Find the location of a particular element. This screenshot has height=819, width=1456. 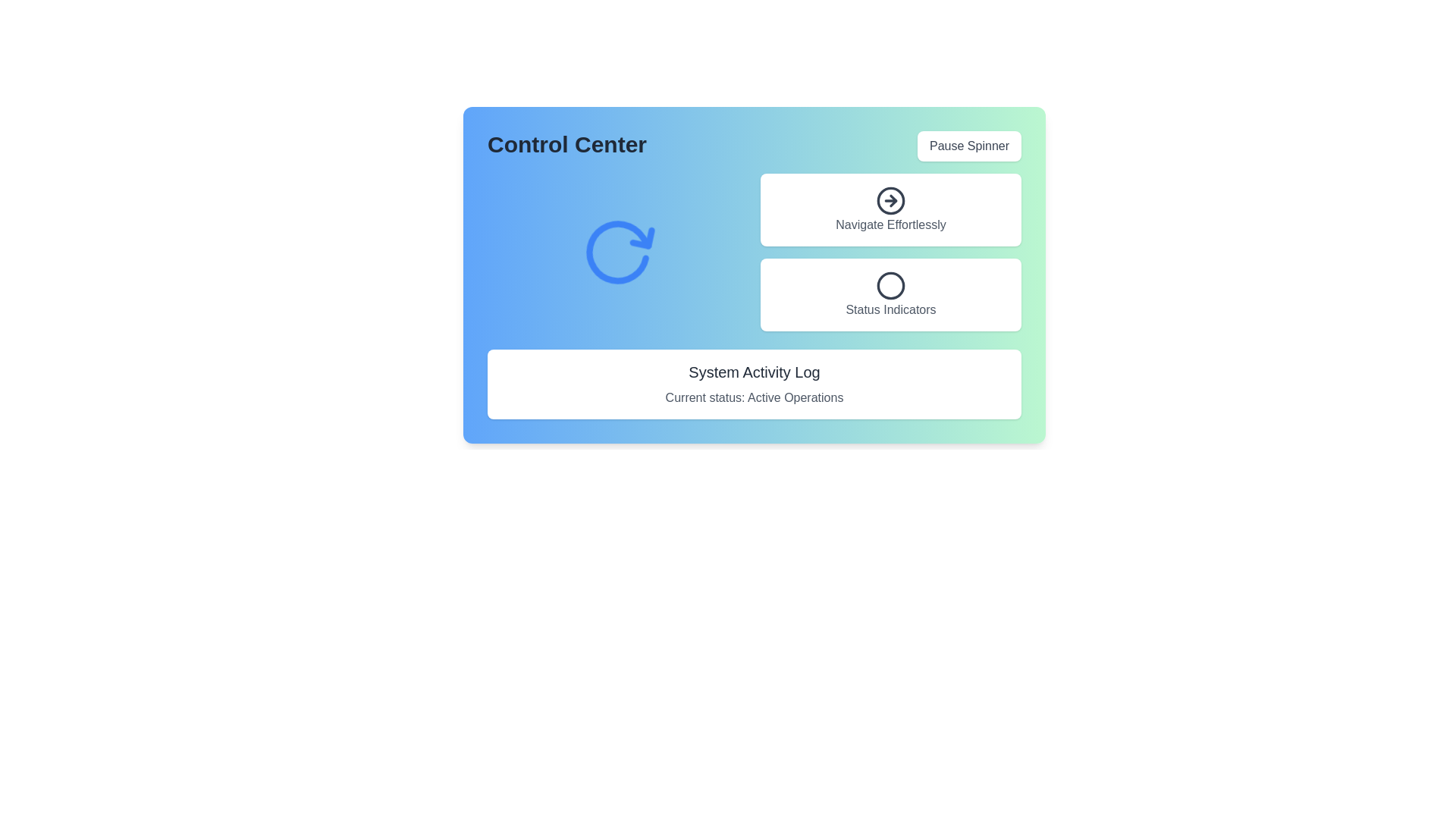

the informational text element displaying 'Current status: Active Operations', which is centered beneath the 'System Activity Log' heading is located at coordinates (754, 397).